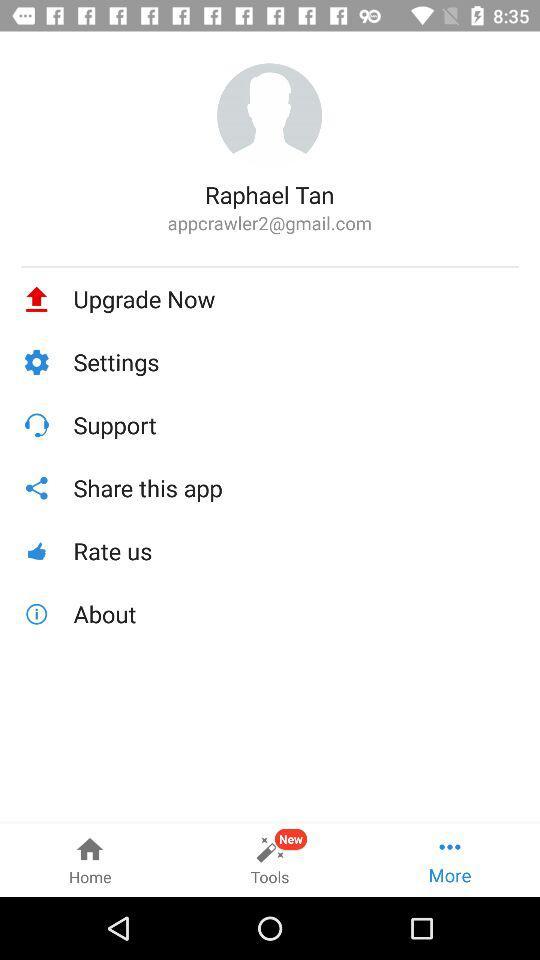 Image resolution: width=540 pixels, height=960 pixels. I want to click on the rate us icon, so click(295, 551).